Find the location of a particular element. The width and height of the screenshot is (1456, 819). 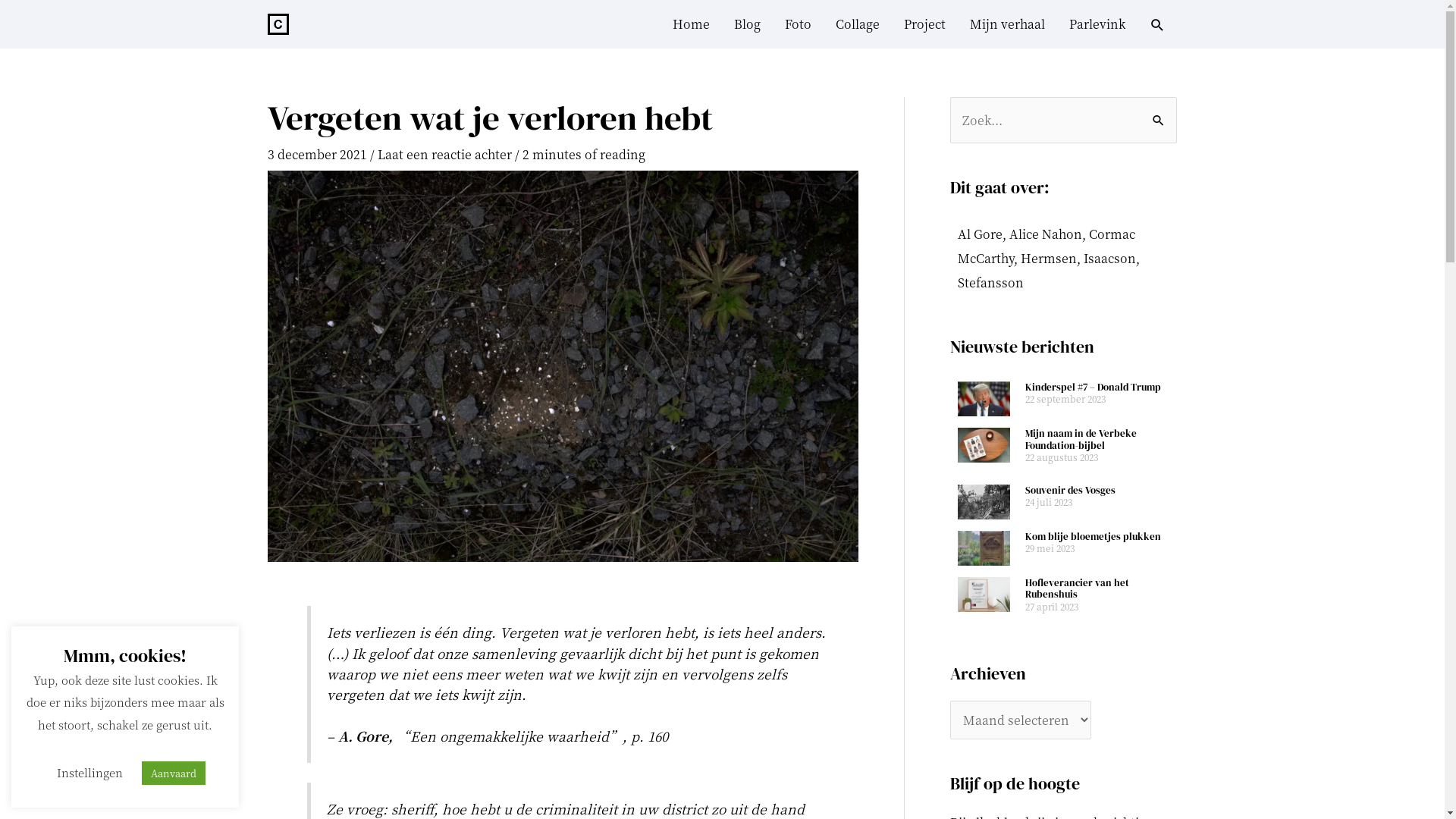

'Instellingen' is located at coordinates (88, 772).